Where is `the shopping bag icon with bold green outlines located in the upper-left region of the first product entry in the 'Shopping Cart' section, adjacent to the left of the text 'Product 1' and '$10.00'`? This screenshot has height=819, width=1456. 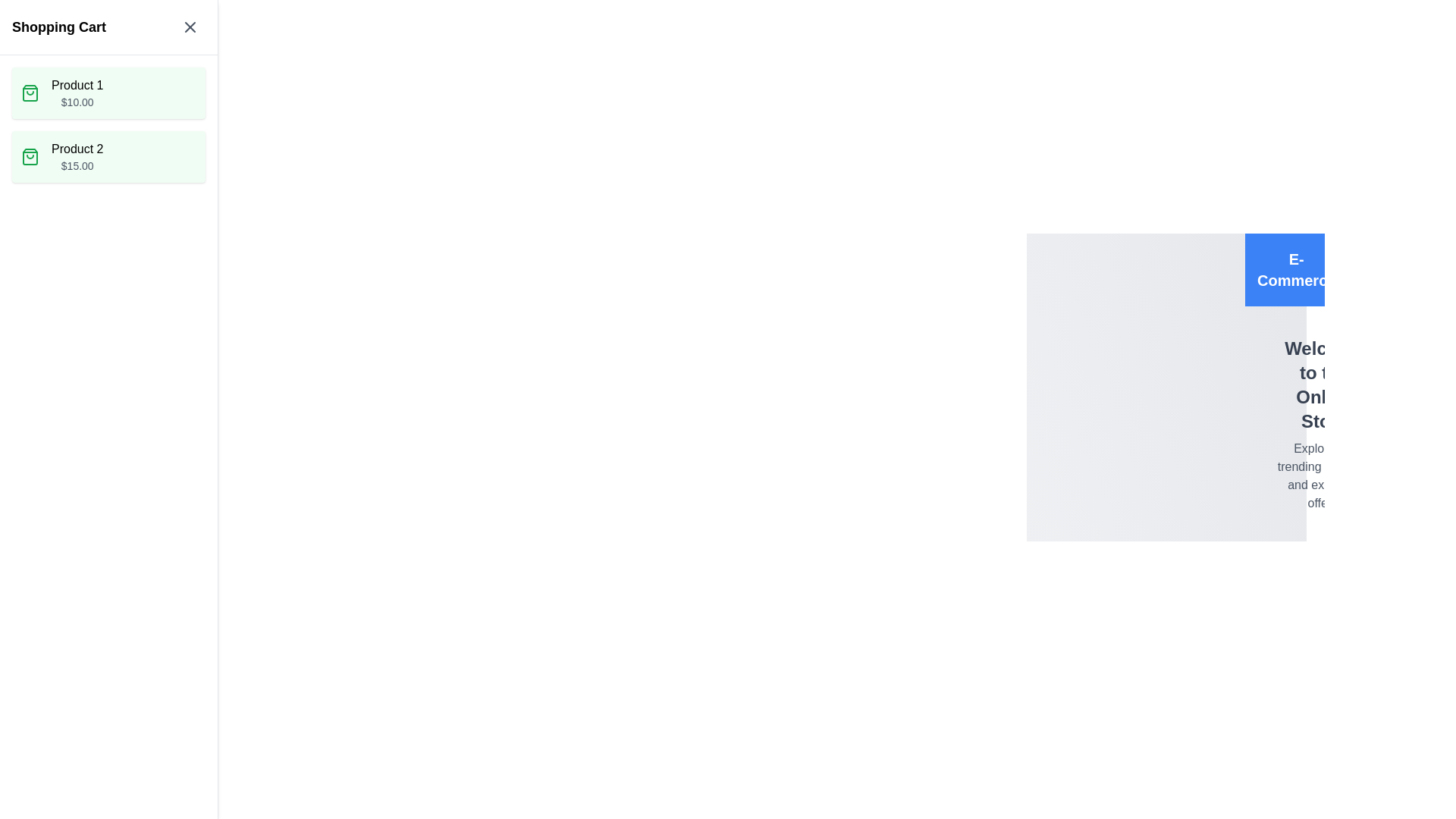
the shopping bag icon with bold green outlines located in the upper-left region of the first product entry in the 'Shopping Cart' section, adjacent to the left of the text 'Product 1' and '$10.00' is located at coordinates (30, 93).